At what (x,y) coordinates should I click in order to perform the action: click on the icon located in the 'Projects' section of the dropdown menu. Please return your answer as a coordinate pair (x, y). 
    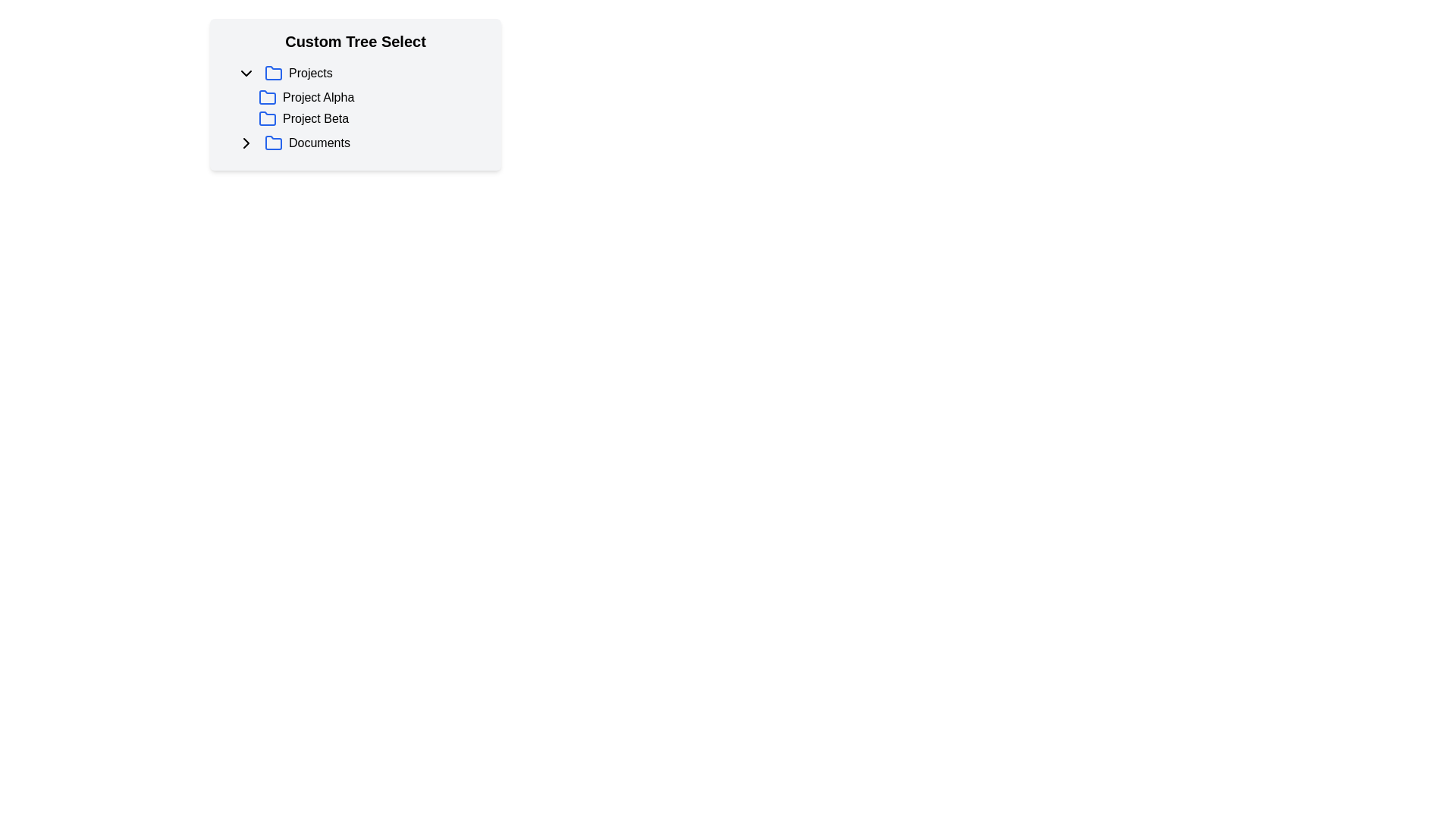
    Looking at the image, I should click on (246, 73).